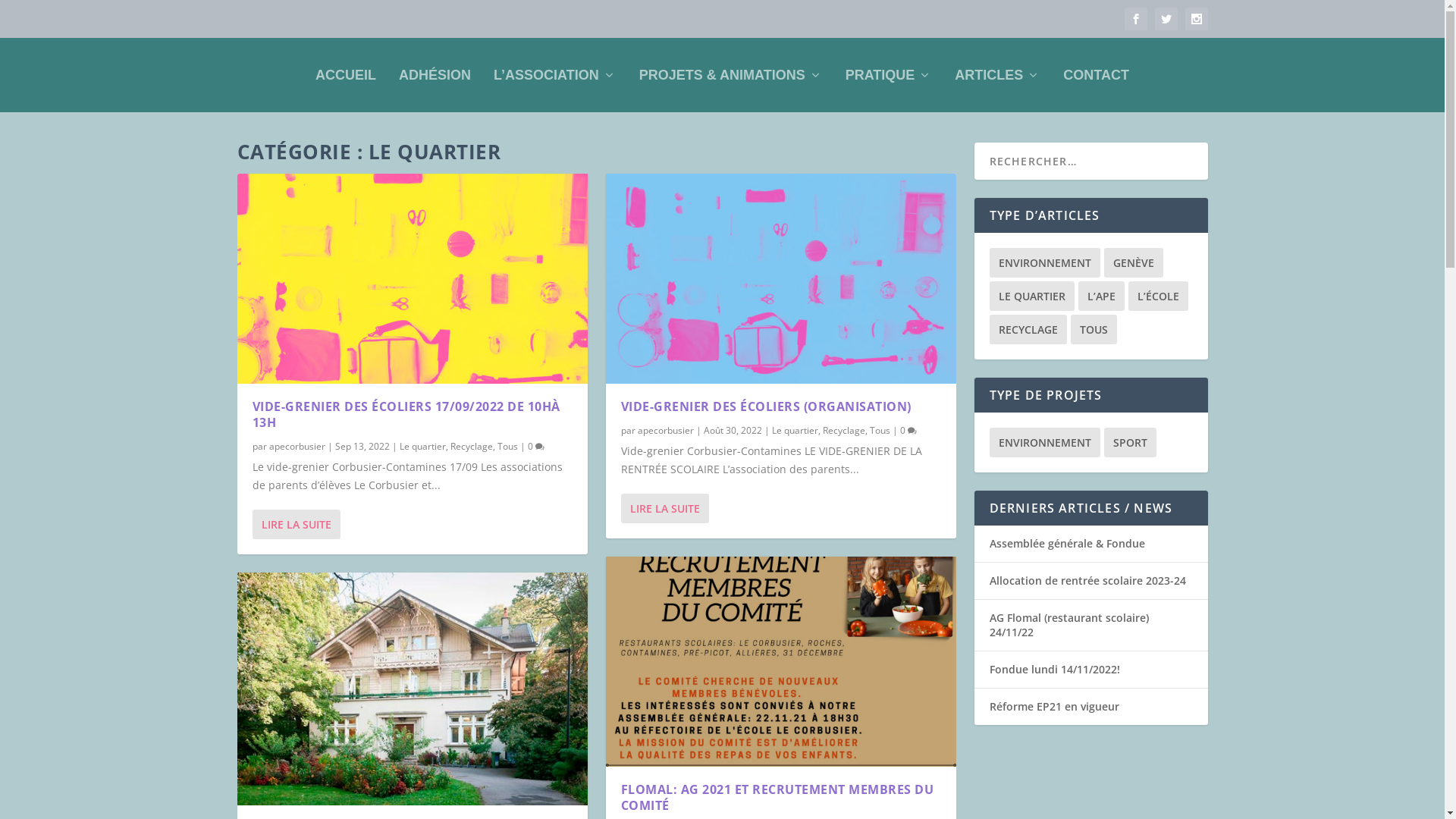  Describe the element at coordinates (794, 430) in the screenshot. I see `'Le quartier'` at that location.